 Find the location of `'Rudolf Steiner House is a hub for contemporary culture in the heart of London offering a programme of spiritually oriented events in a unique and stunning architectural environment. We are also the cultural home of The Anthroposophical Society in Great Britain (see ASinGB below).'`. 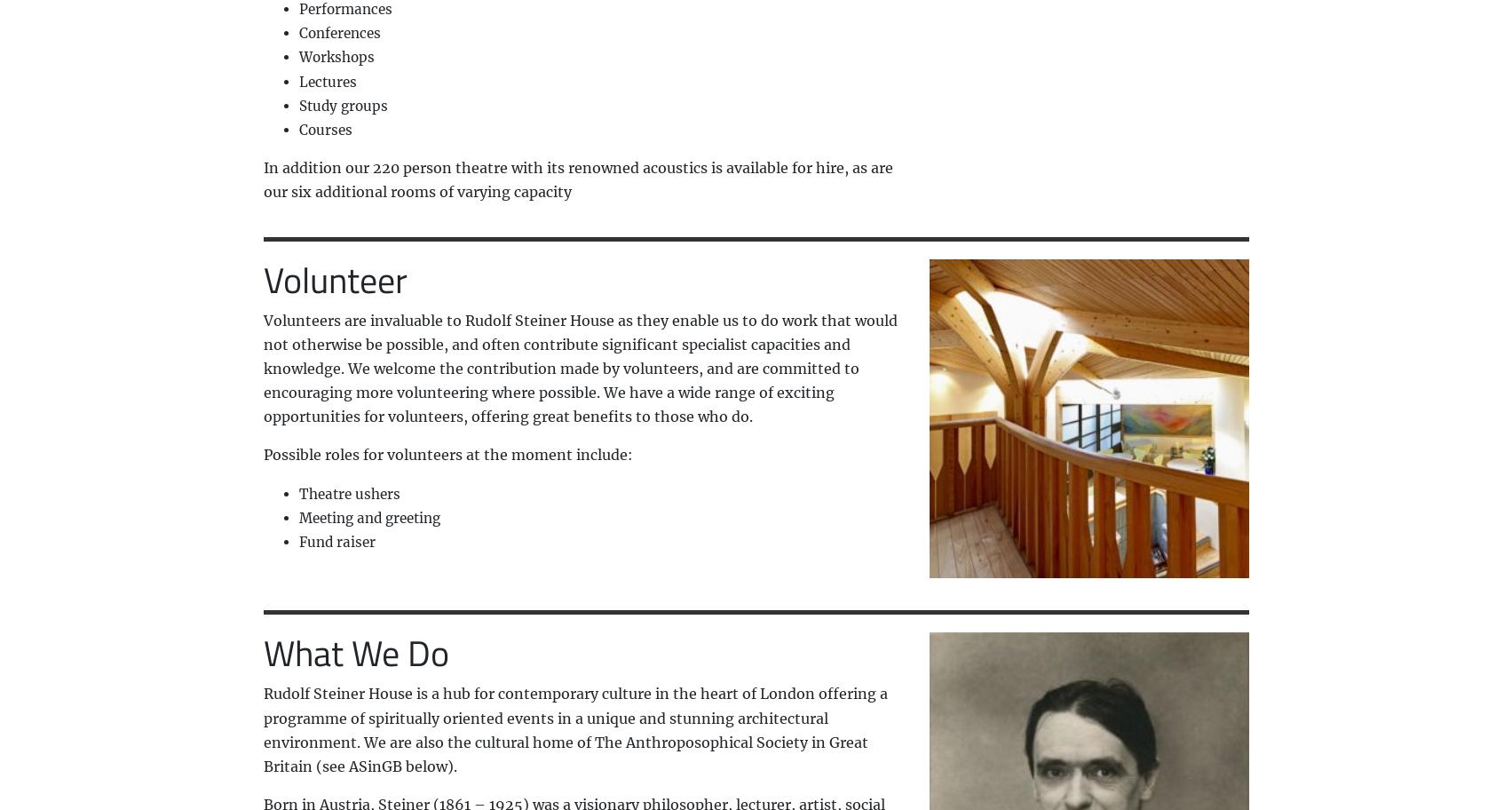

'Rudolf Steiner House is a hub for contemporary culture in the heart of London offering a programme of spiritually oriented events in a unique and stunning architectural environment. We are also the cultural home of The Anthroposophical Society in Great Britain (see ASinGB below).' is located at coordinates (574, 728).